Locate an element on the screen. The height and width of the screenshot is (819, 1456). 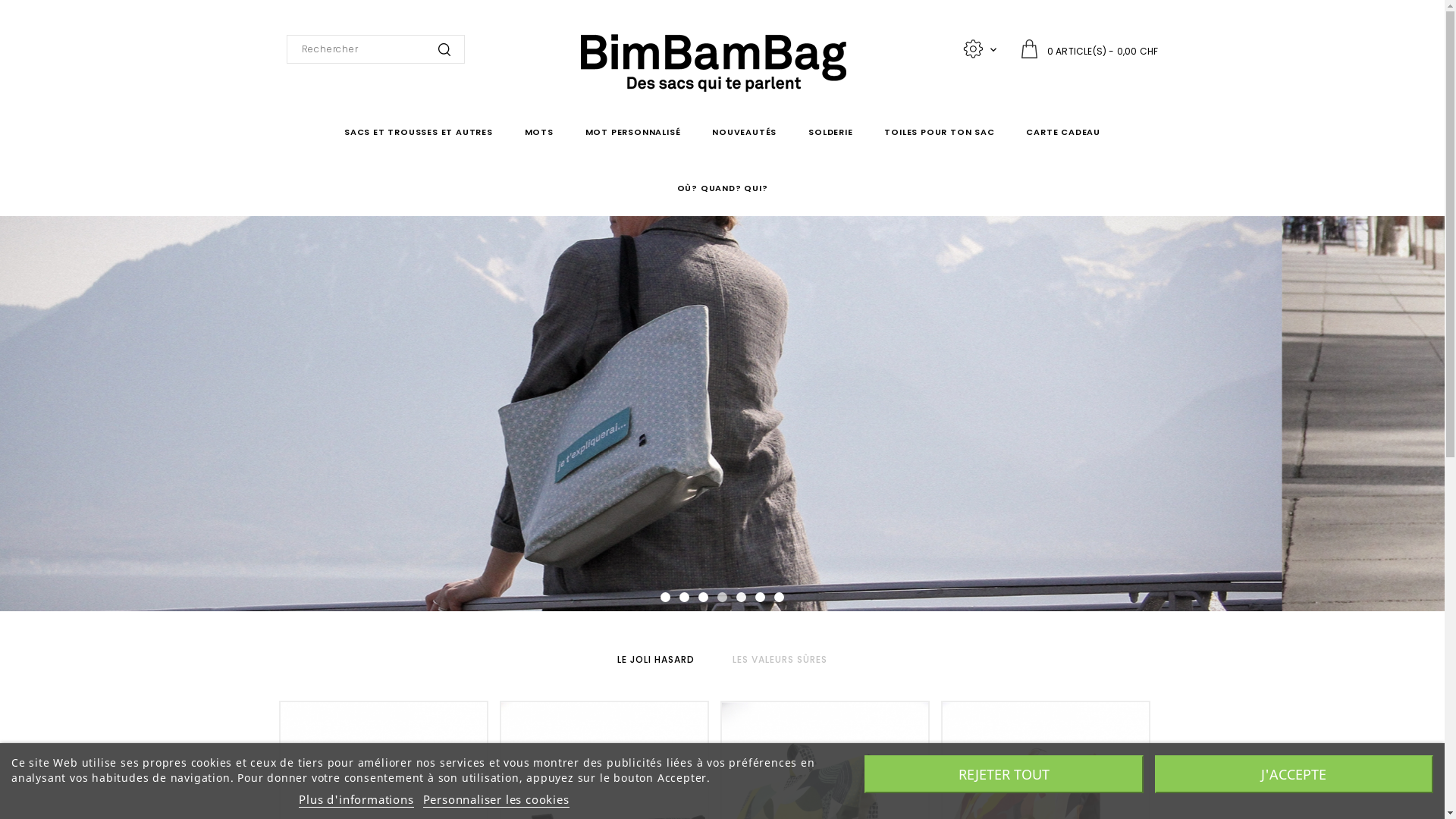
'Personnaliser les cookies' is located at coordinates (496, 799).